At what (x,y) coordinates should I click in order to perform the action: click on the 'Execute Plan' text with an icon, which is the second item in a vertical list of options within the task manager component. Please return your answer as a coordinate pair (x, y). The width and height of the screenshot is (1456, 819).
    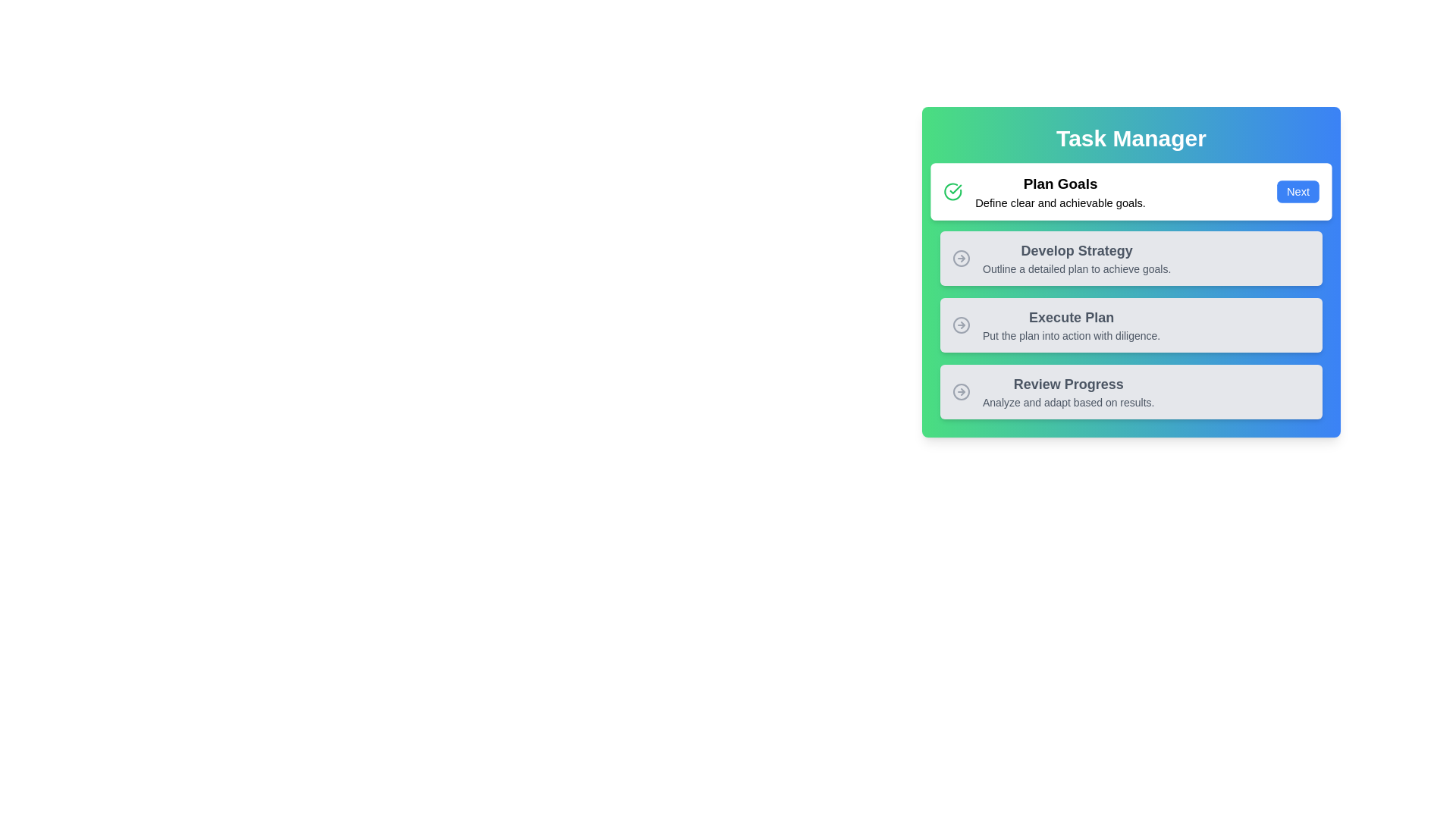
    Looking at the image, I should click on (1056, 324).